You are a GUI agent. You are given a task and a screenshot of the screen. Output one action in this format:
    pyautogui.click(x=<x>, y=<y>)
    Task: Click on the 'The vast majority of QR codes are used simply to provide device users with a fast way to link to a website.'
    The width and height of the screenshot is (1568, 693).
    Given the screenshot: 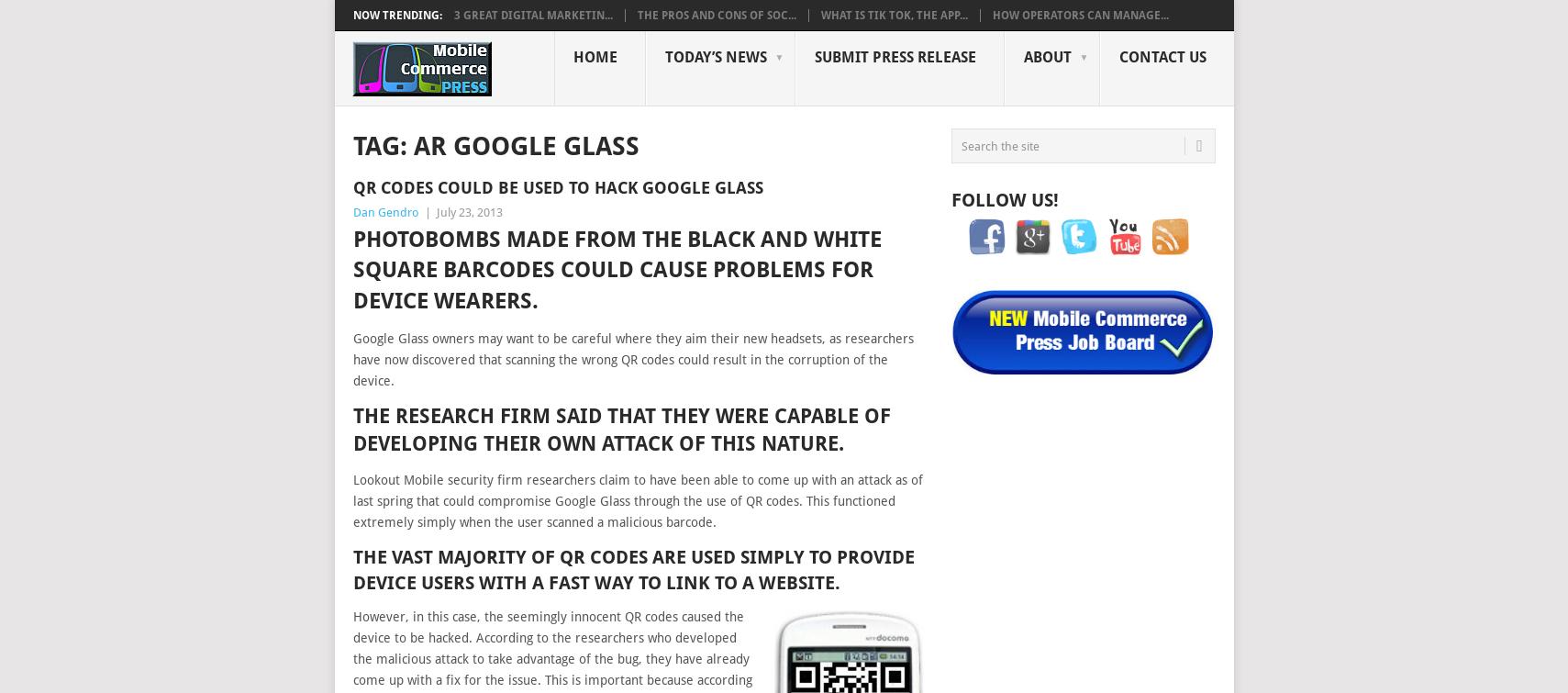 What is the action you would take?
    pyautogui.click(x=631, y=568)
    